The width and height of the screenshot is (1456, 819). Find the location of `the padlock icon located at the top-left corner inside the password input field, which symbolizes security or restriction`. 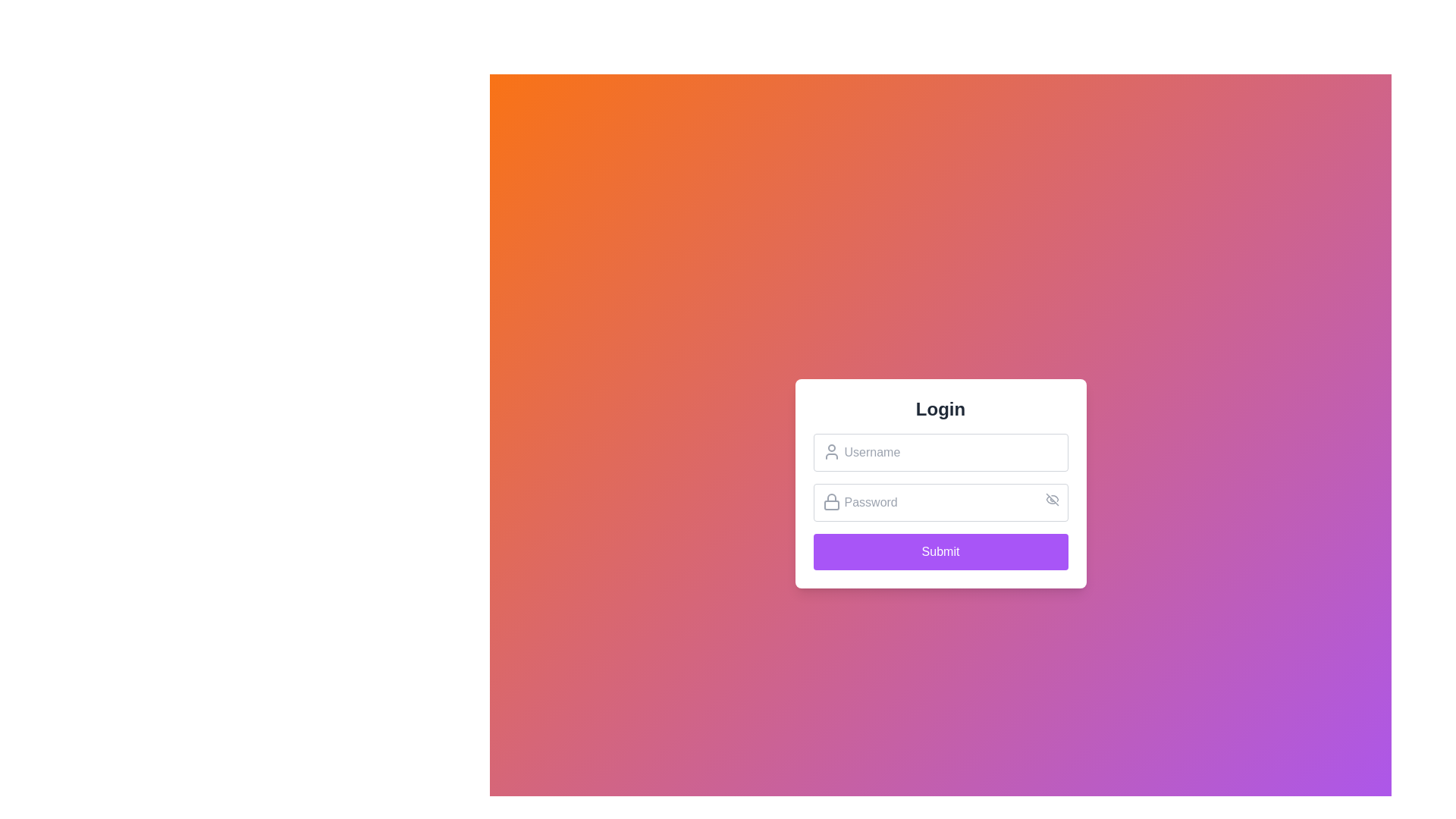

the padlock icon located at the top-left corner inside the password input field, which symbolizes security or restriction is located at coordinates (830, 502).